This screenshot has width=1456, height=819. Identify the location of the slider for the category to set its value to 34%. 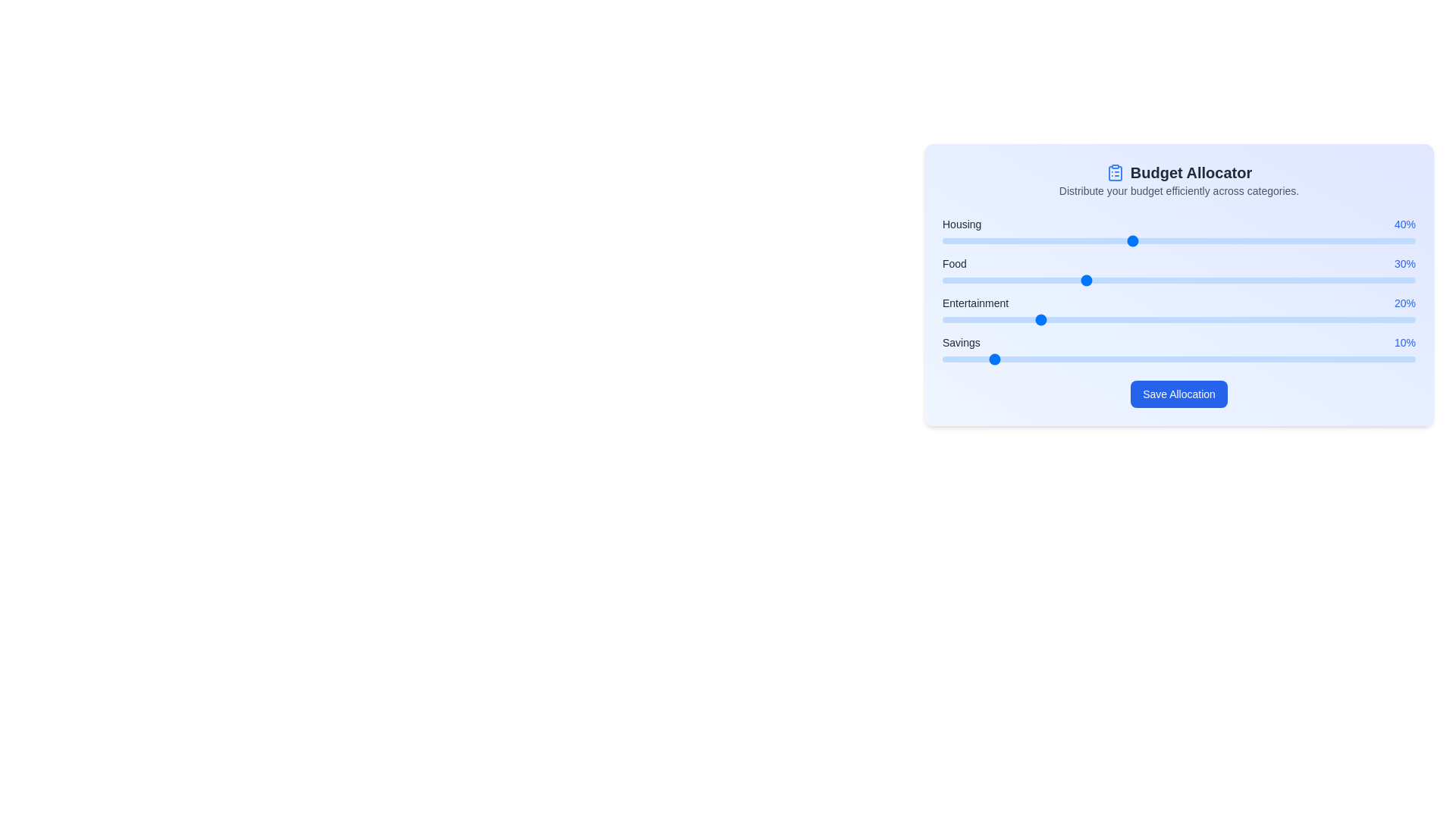
(1103, 240).